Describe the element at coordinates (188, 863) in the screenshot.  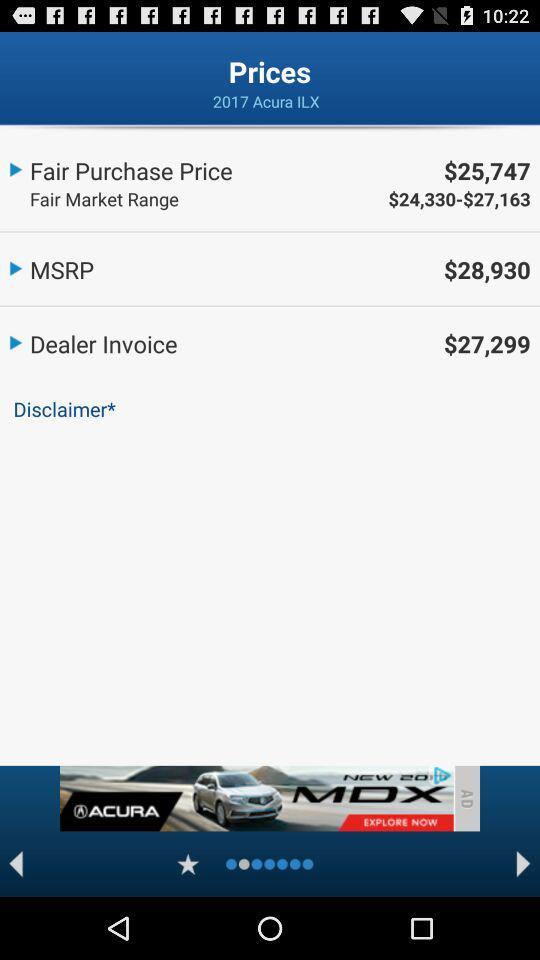
I see `advertising star option` at that location.